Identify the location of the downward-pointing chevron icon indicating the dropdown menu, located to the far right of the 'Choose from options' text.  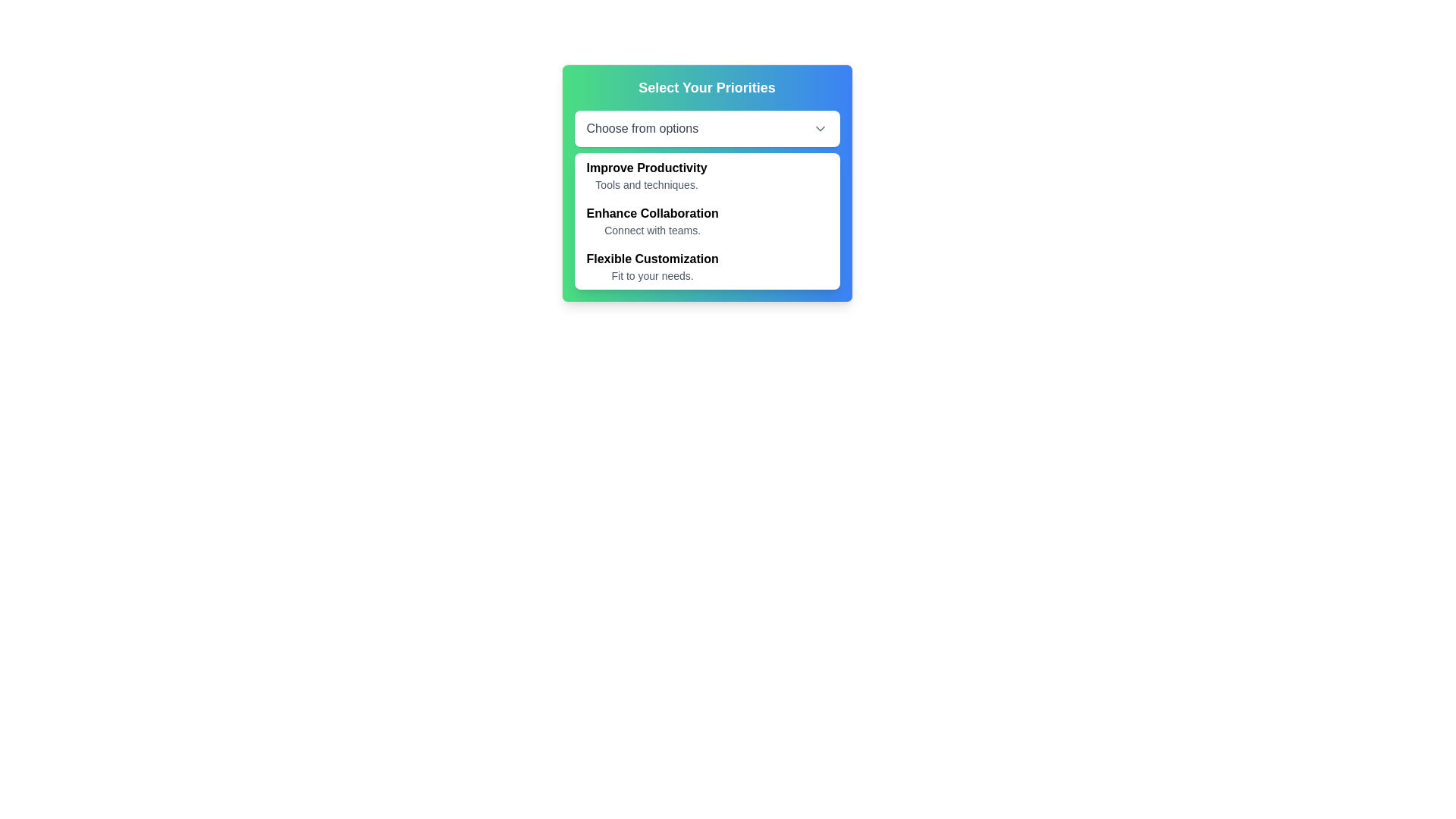
(819, 127).